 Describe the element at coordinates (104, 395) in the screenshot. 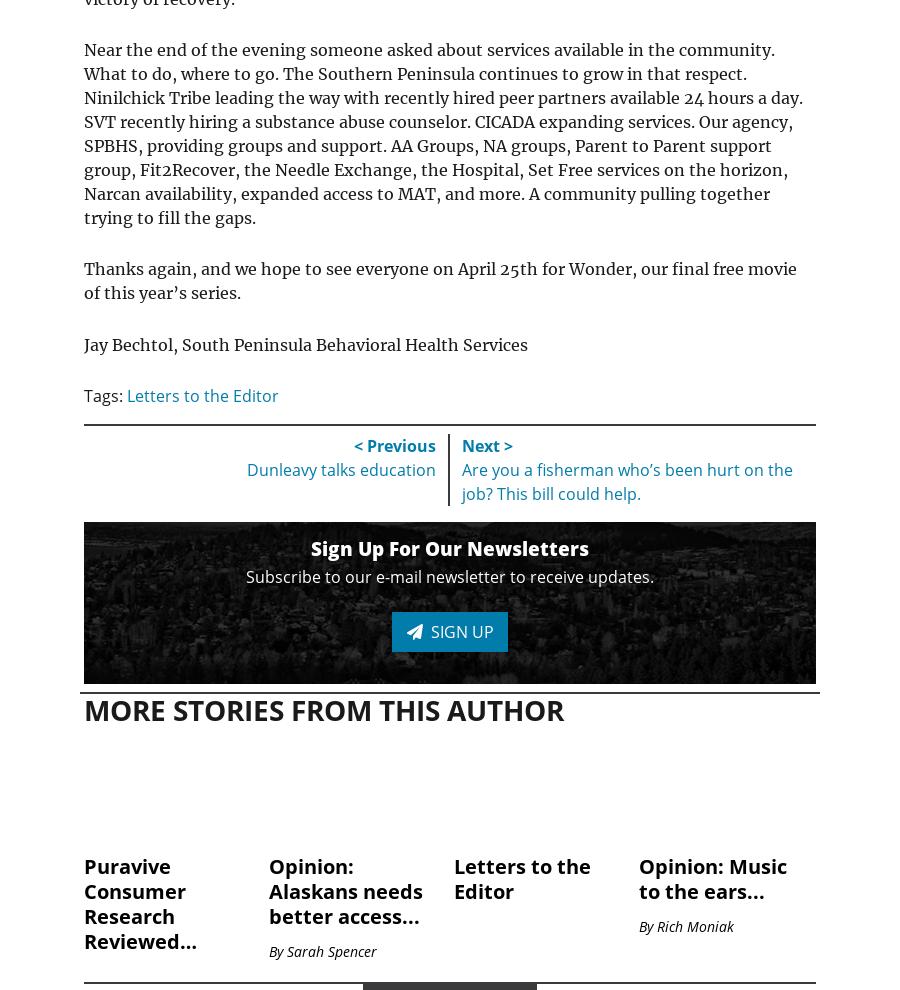

I see `'Tags:'` at that location.